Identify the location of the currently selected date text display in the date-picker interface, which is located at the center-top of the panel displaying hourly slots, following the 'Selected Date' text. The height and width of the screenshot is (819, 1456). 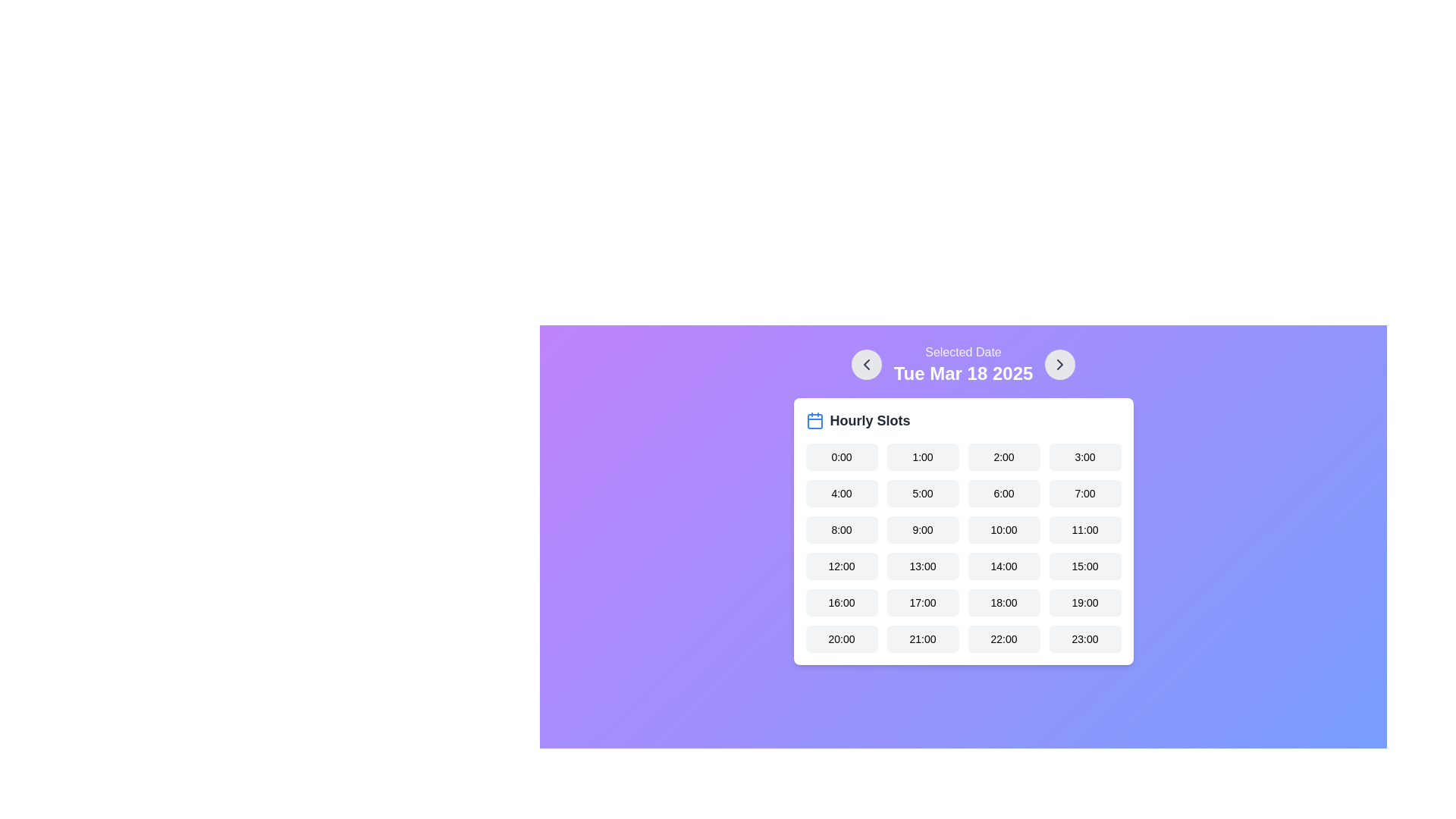
(962, 374).